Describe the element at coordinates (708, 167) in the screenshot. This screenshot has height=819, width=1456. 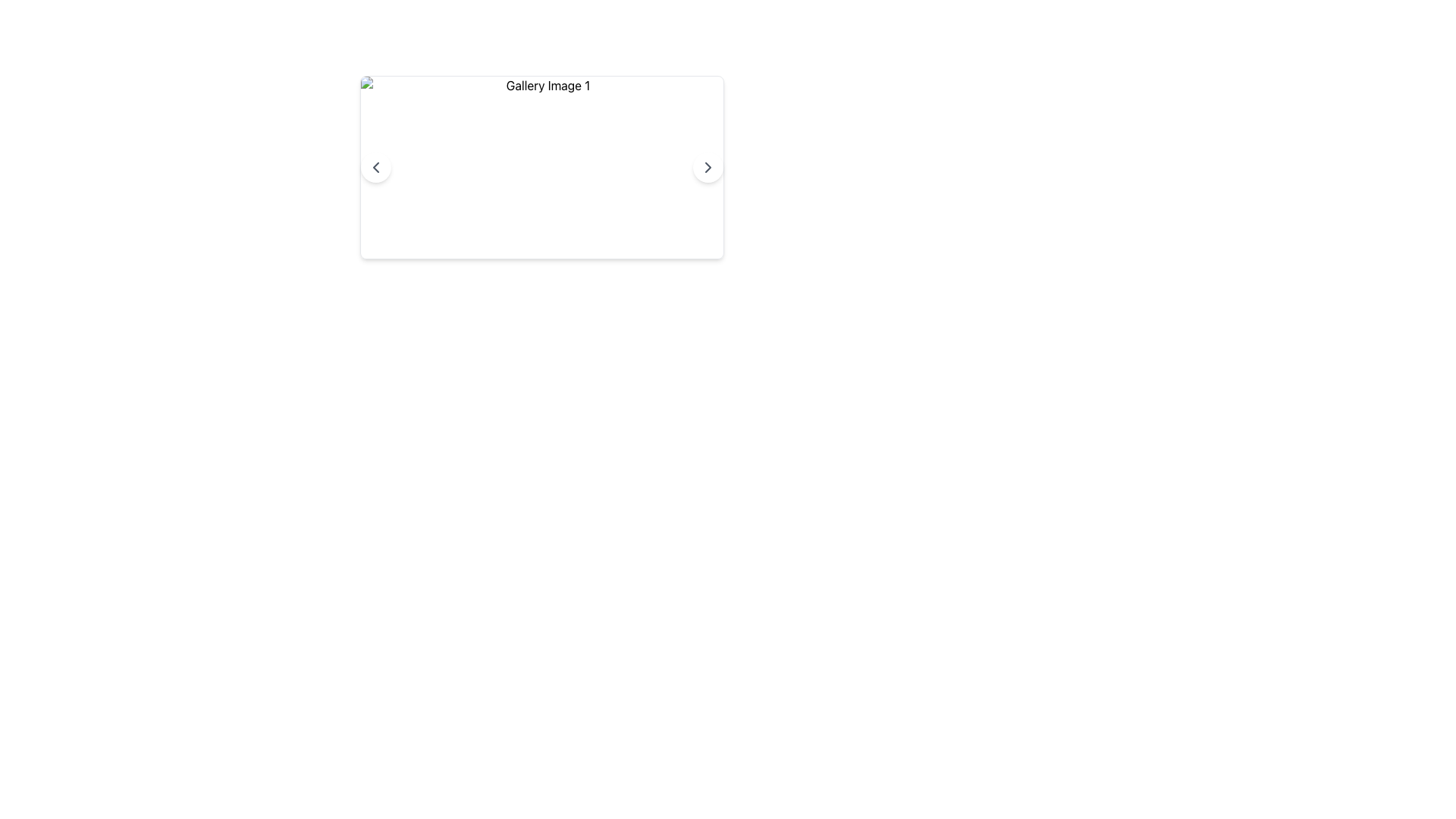
I see `the circular right arrow button with a white background and dark gray arrow icon` at that location.